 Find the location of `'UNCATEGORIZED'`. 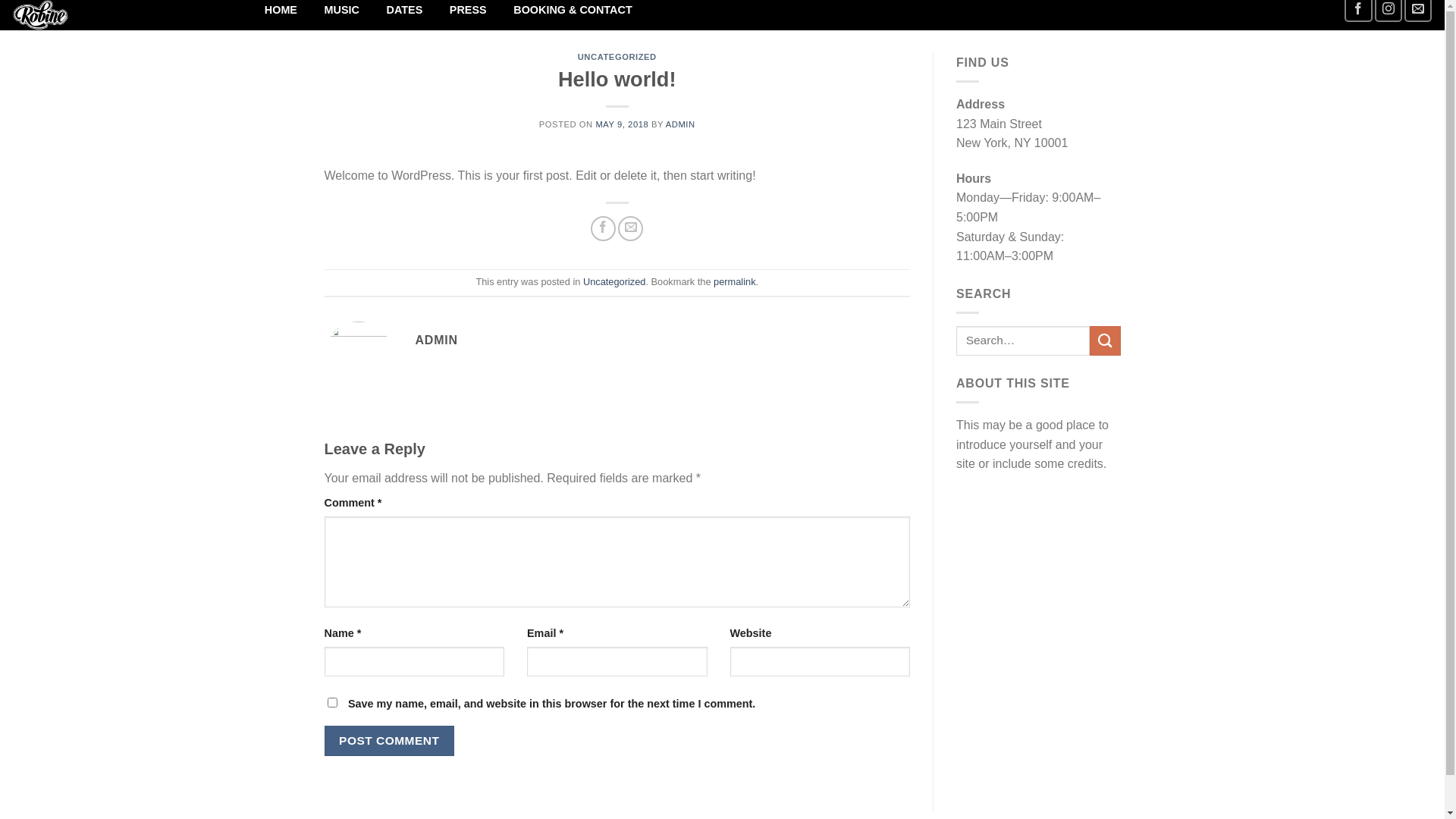

'UNCATEGORIZED' is located at coordinates (617, 55).